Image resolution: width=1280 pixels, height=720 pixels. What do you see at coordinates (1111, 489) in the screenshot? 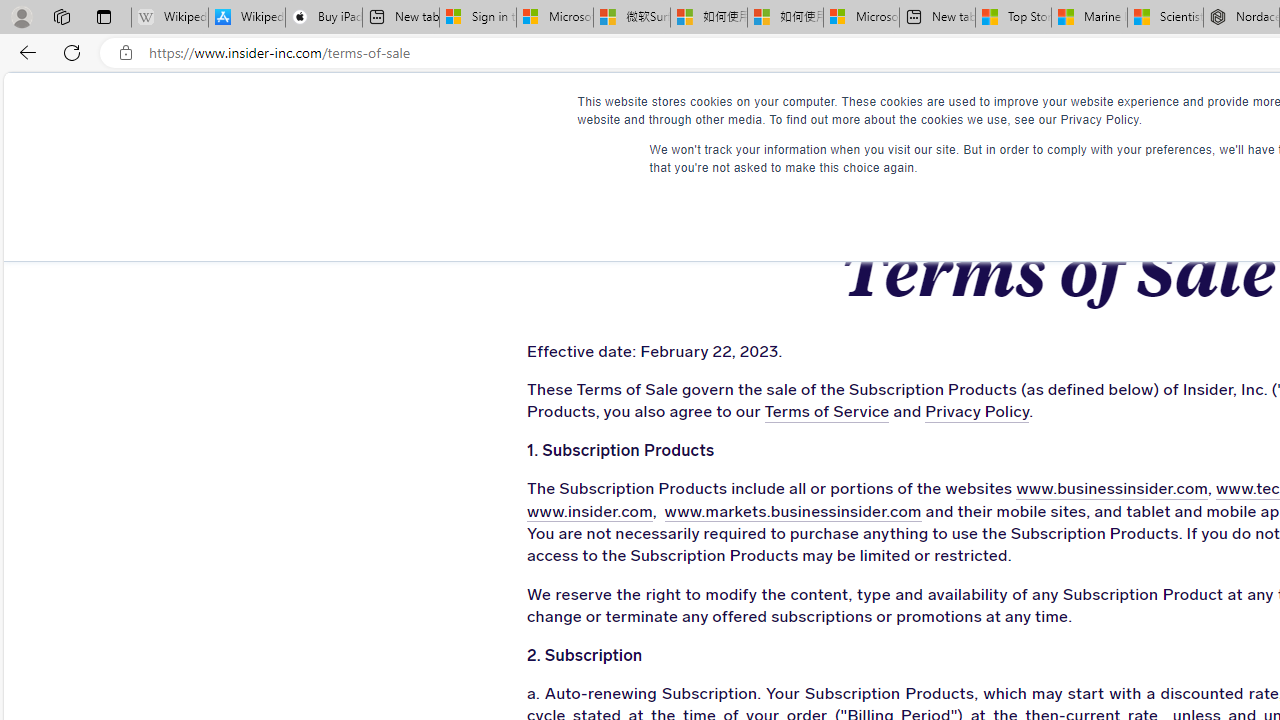
I see `'www.businessinsider.com'` at bounding box center [1111, 489].